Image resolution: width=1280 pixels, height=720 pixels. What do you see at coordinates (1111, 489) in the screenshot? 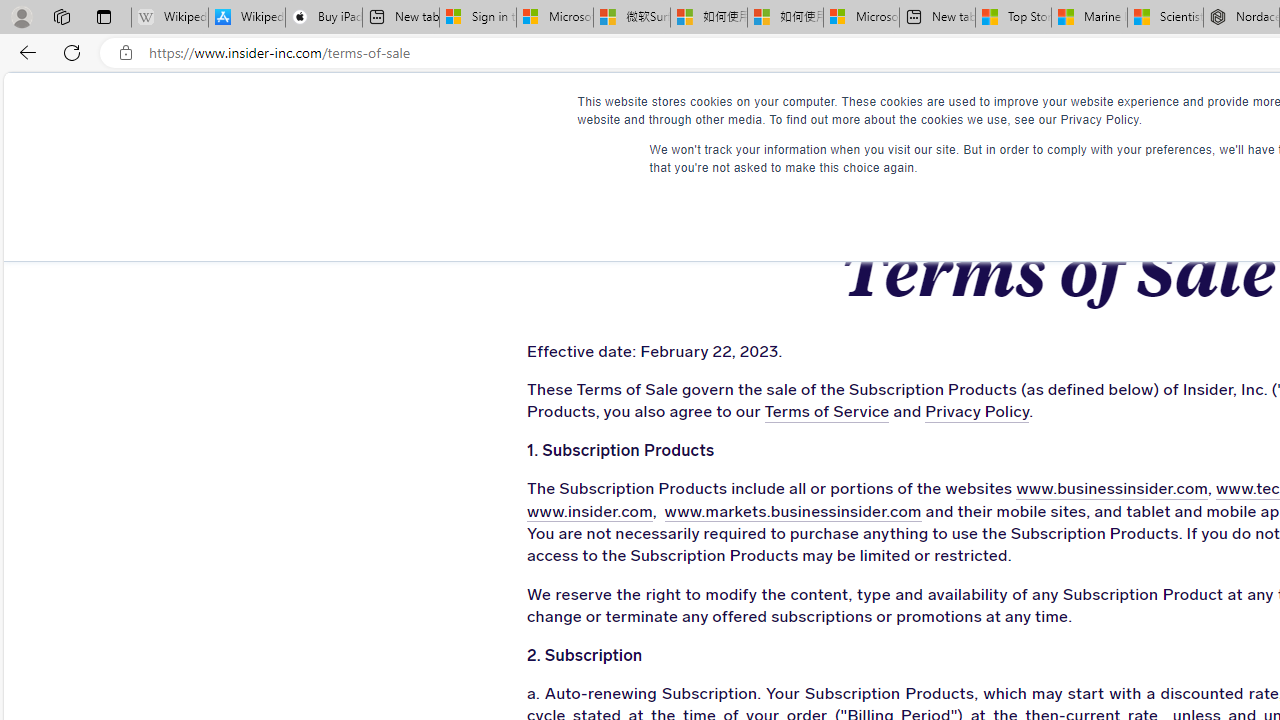
I see `'www.businessinsider.com'` at bounding box center [1111, 489].